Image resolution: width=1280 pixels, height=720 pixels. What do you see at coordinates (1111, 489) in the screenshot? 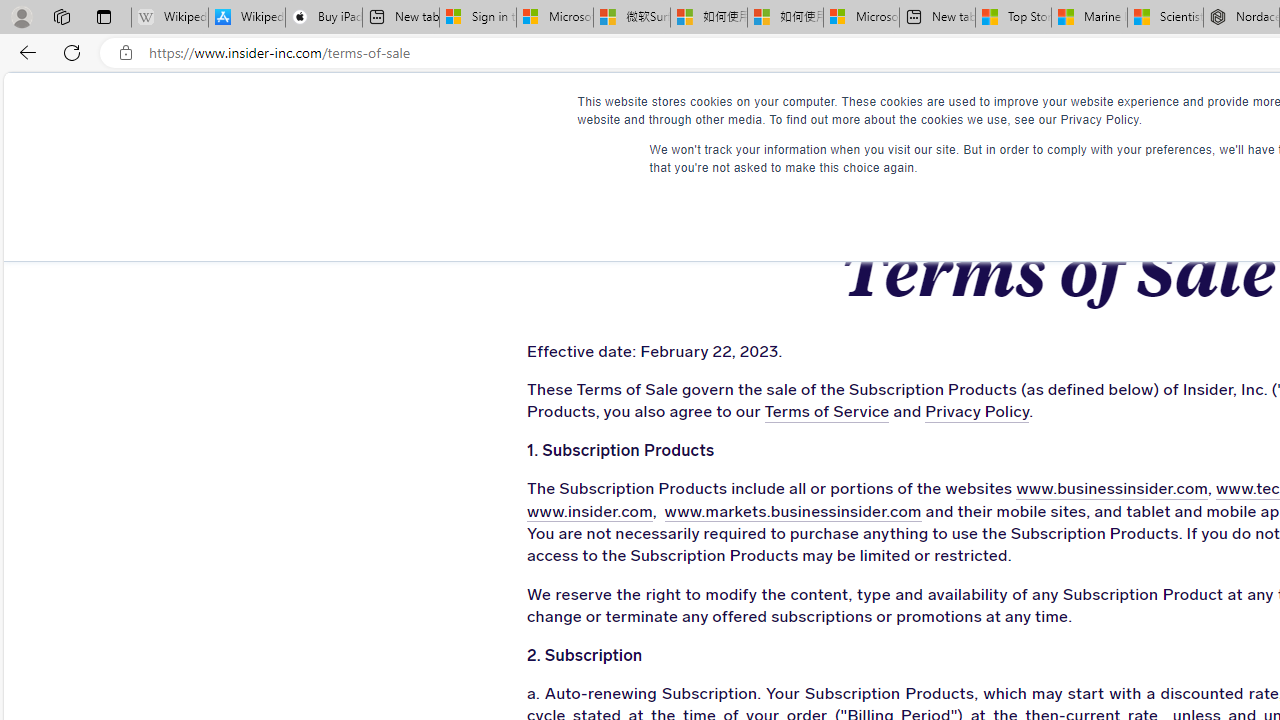
I see `'www.businessinsider.com'` at bounding box center [1111, 489].